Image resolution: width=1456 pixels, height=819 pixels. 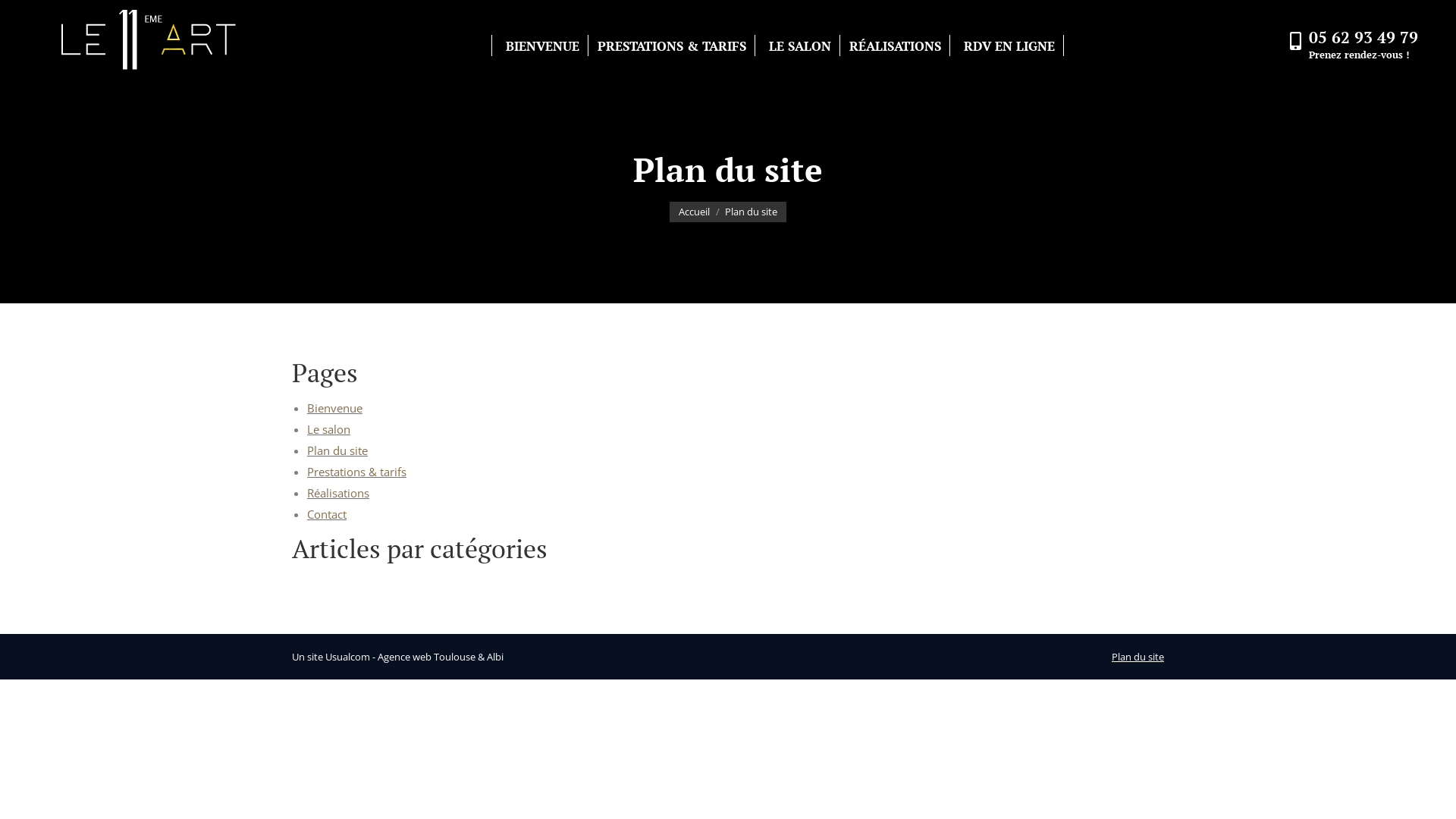 What do you see at coordinates (1137, 656) in the screenshot?
I see `'Plan du site'` at bounding box center [1137, 656].